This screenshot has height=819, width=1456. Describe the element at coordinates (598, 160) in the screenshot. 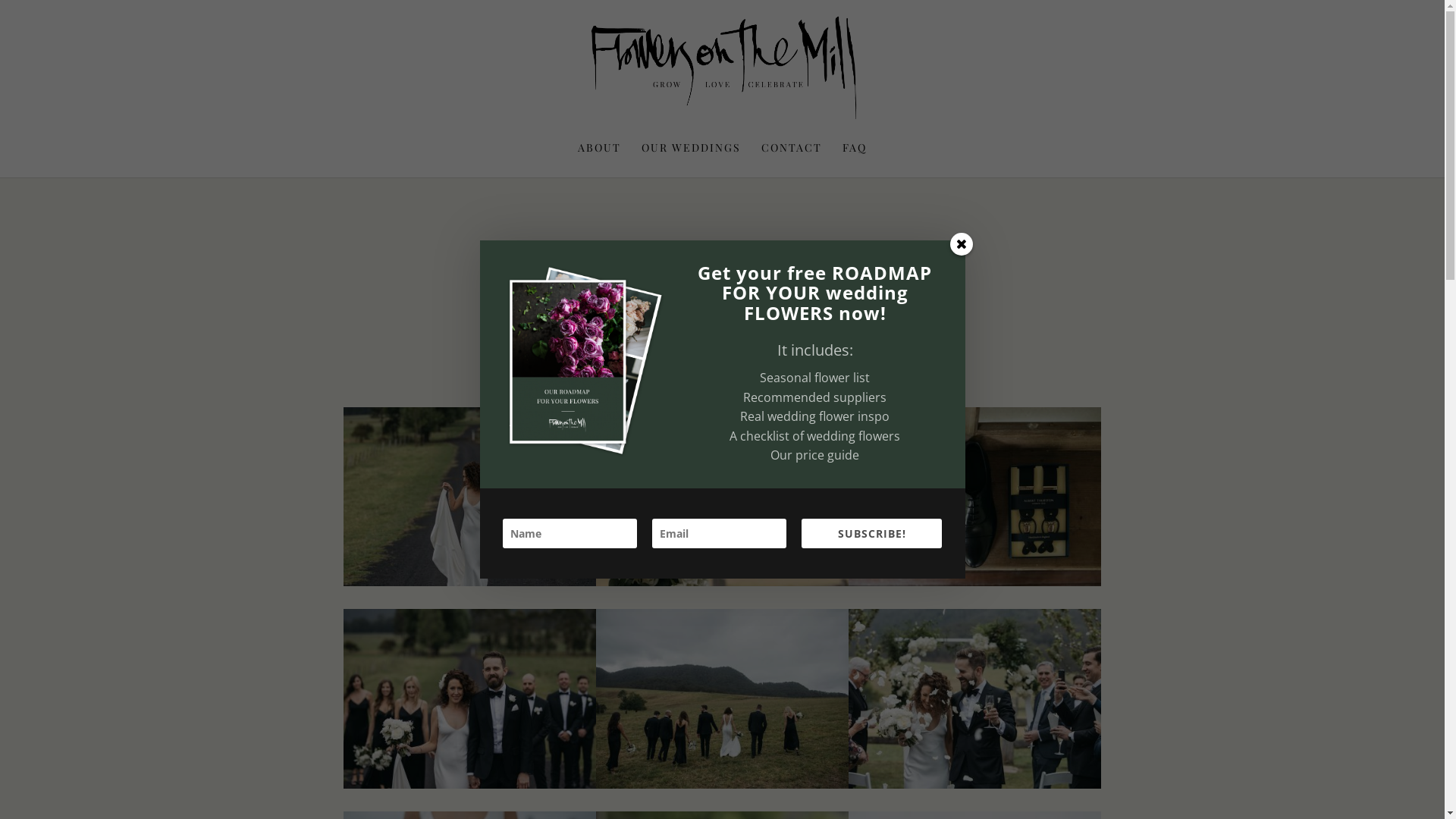

I see `'ABOUT'` at that location.